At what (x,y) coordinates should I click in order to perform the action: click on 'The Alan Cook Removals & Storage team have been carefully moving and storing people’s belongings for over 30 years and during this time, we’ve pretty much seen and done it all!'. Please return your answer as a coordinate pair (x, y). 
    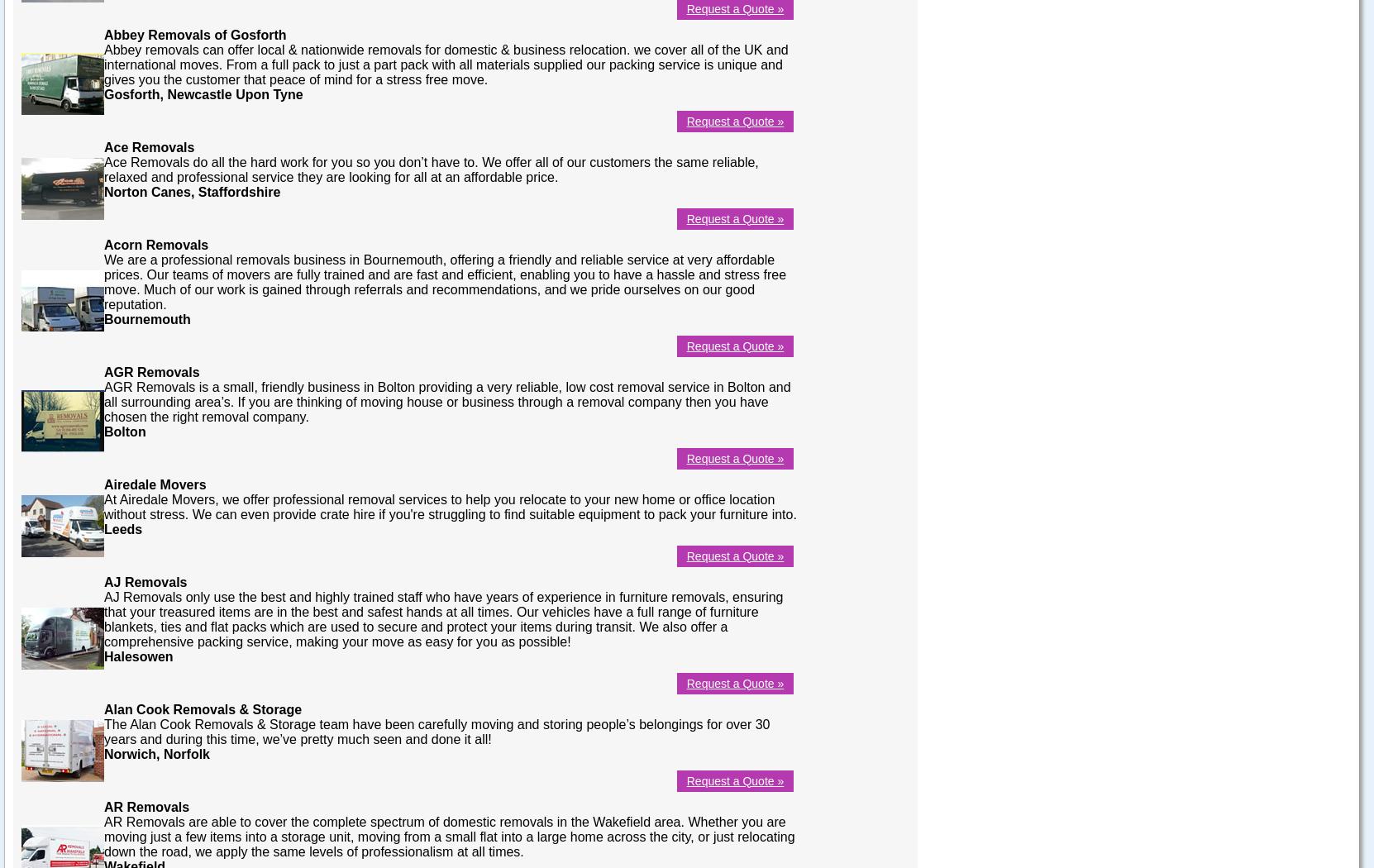
    Looking at the image, I should click on (436, 730).